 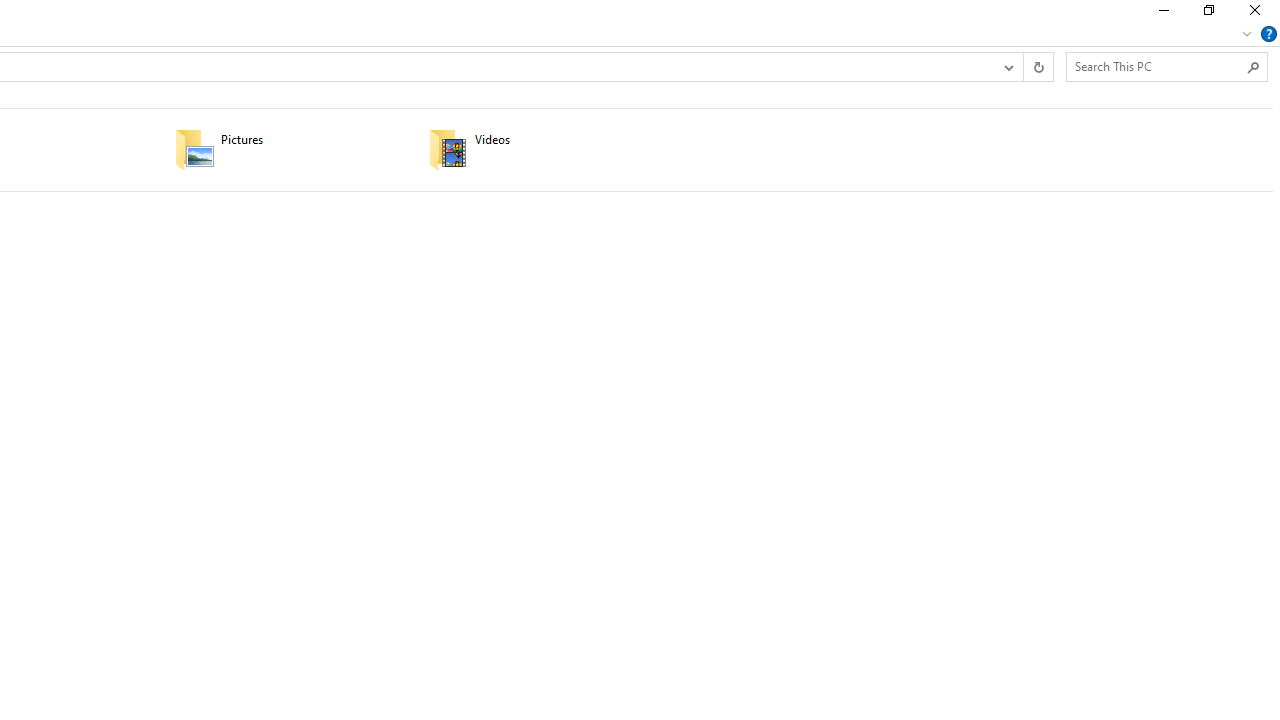 What do you see at coordinates (1157, 65) in the screenshot?
I see `'Search Box'` at bounding box center [1157, 65].